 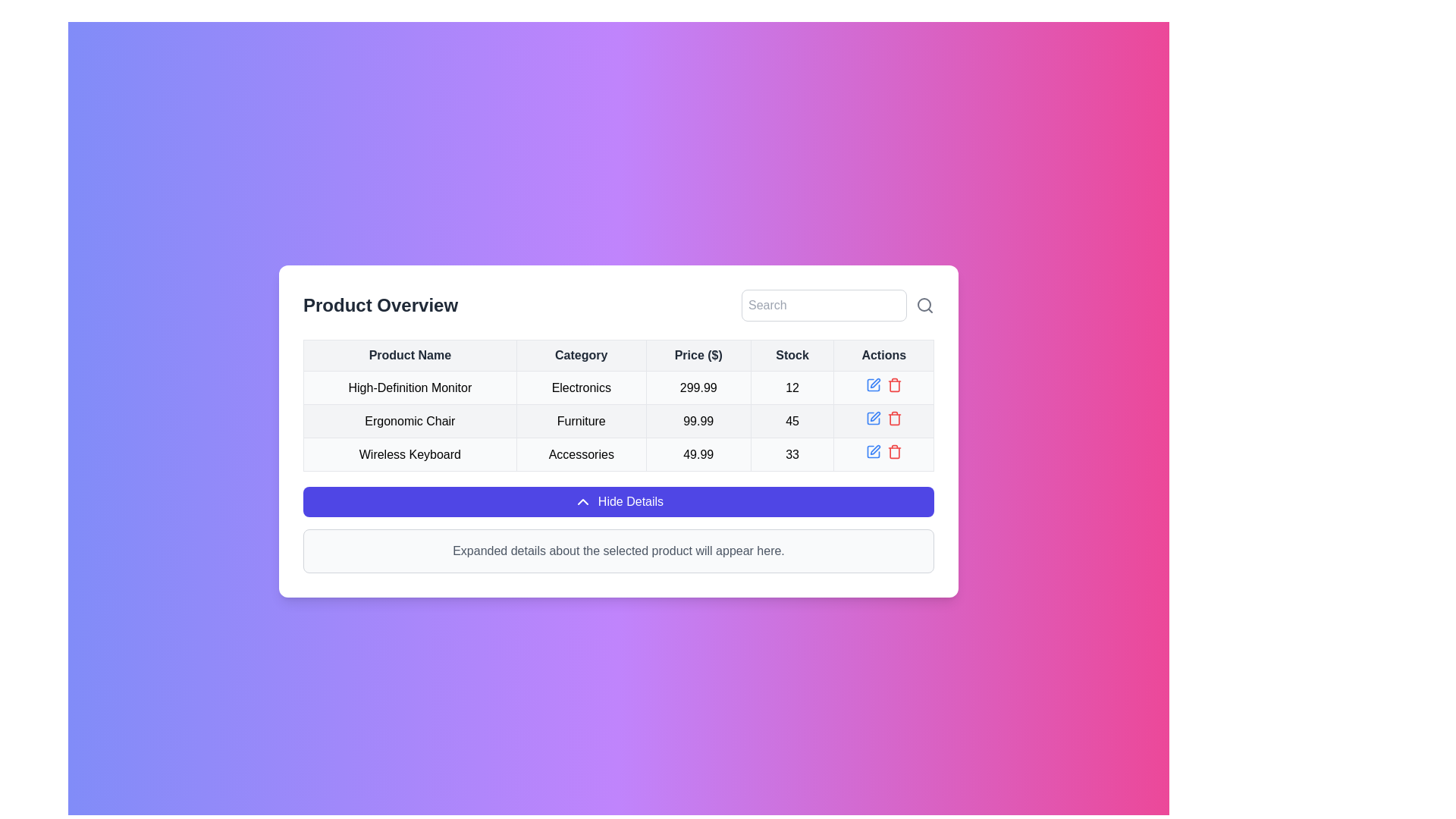 What do you see at coordinates (792, 356) in the screenshot?
I see `the table header cell labeled 'Stock', which is the fourth cell in the header row, containing bold, dark text on a light gray background` at bounding box center [792, 356].